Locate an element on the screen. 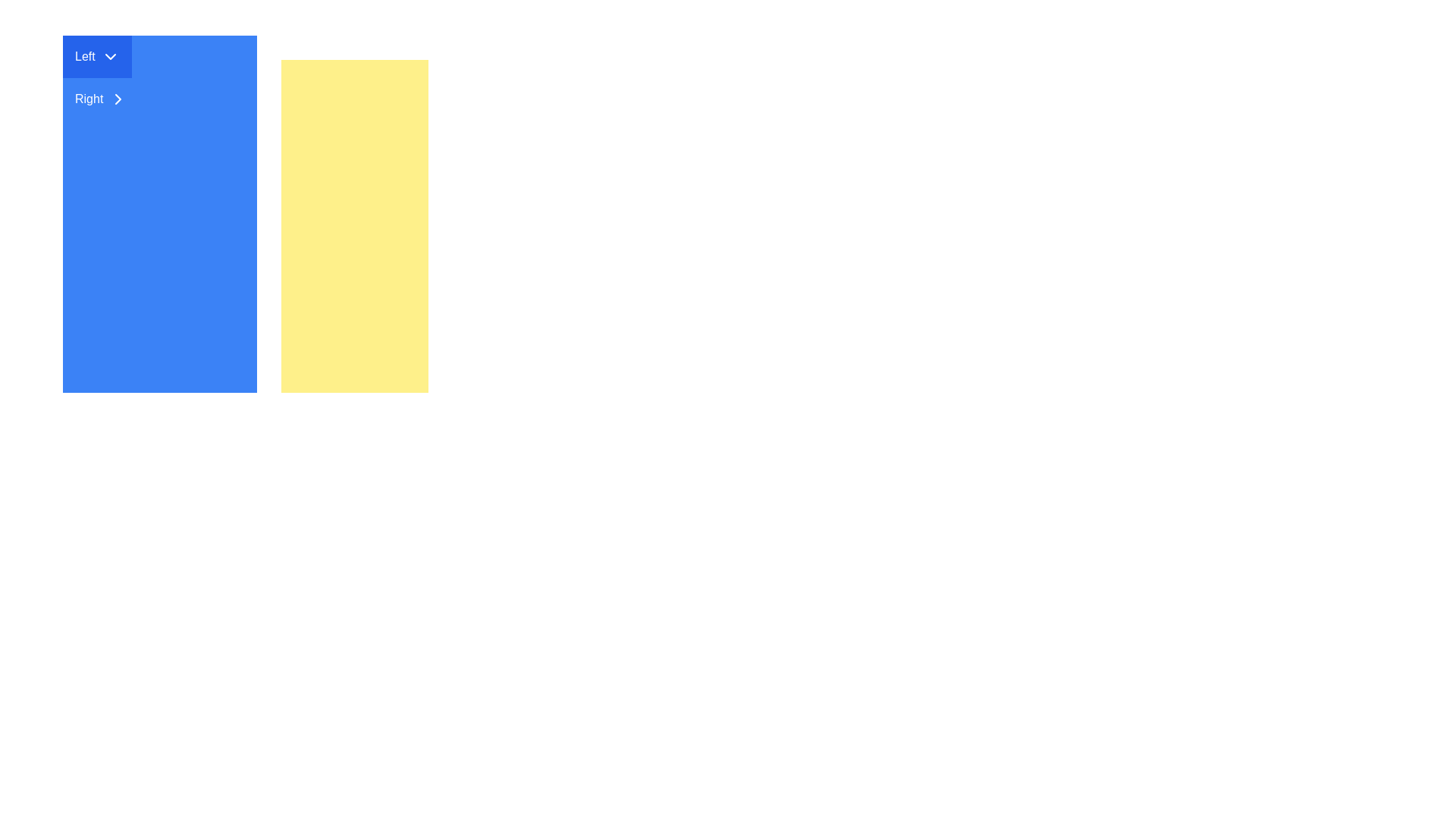  the 'Right' menu item, which is the second item in a vertical menu with a blue background and an arrow icon on the right is located at coordinates (100, 99).